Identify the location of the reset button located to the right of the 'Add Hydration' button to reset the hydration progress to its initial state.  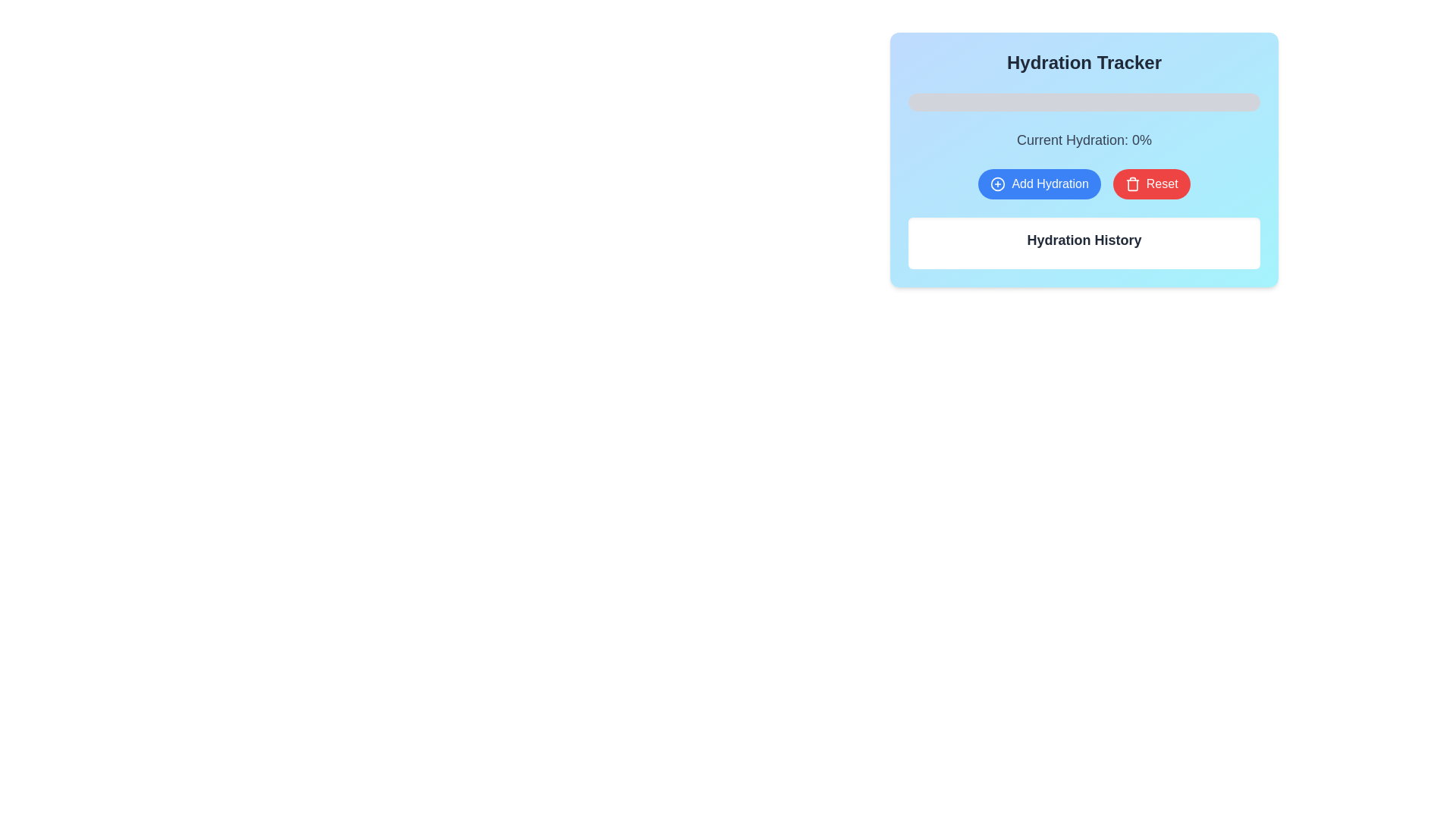
(1151, 184).